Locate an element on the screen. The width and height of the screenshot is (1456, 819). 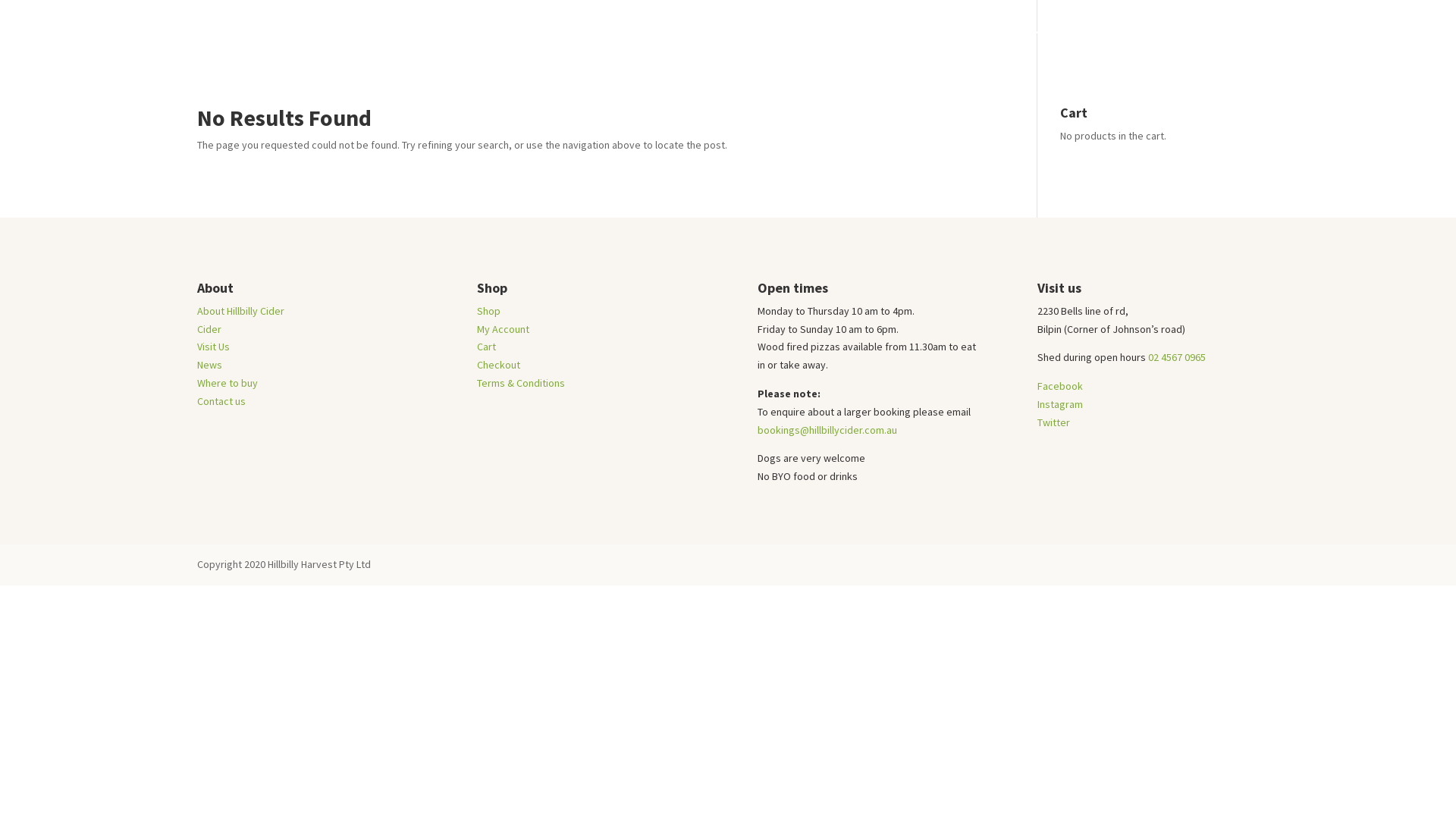
'About Hillbilly Cider' is located at coordinates (974, 42).